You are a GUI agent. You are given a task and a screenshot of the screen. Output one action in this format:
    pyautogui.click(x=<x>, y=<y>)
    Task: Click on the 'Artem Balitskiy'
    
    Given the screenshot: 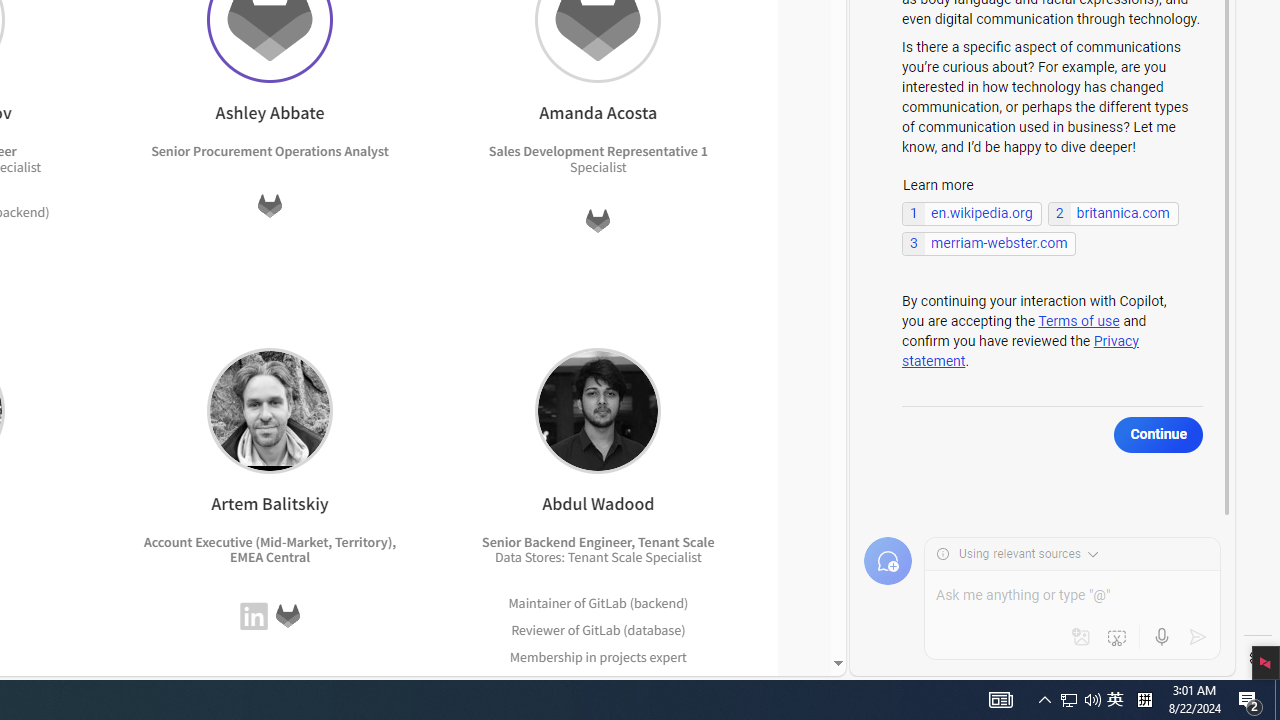 What is the action you would take?
    pyautogui.click(x=268, y=409)
    